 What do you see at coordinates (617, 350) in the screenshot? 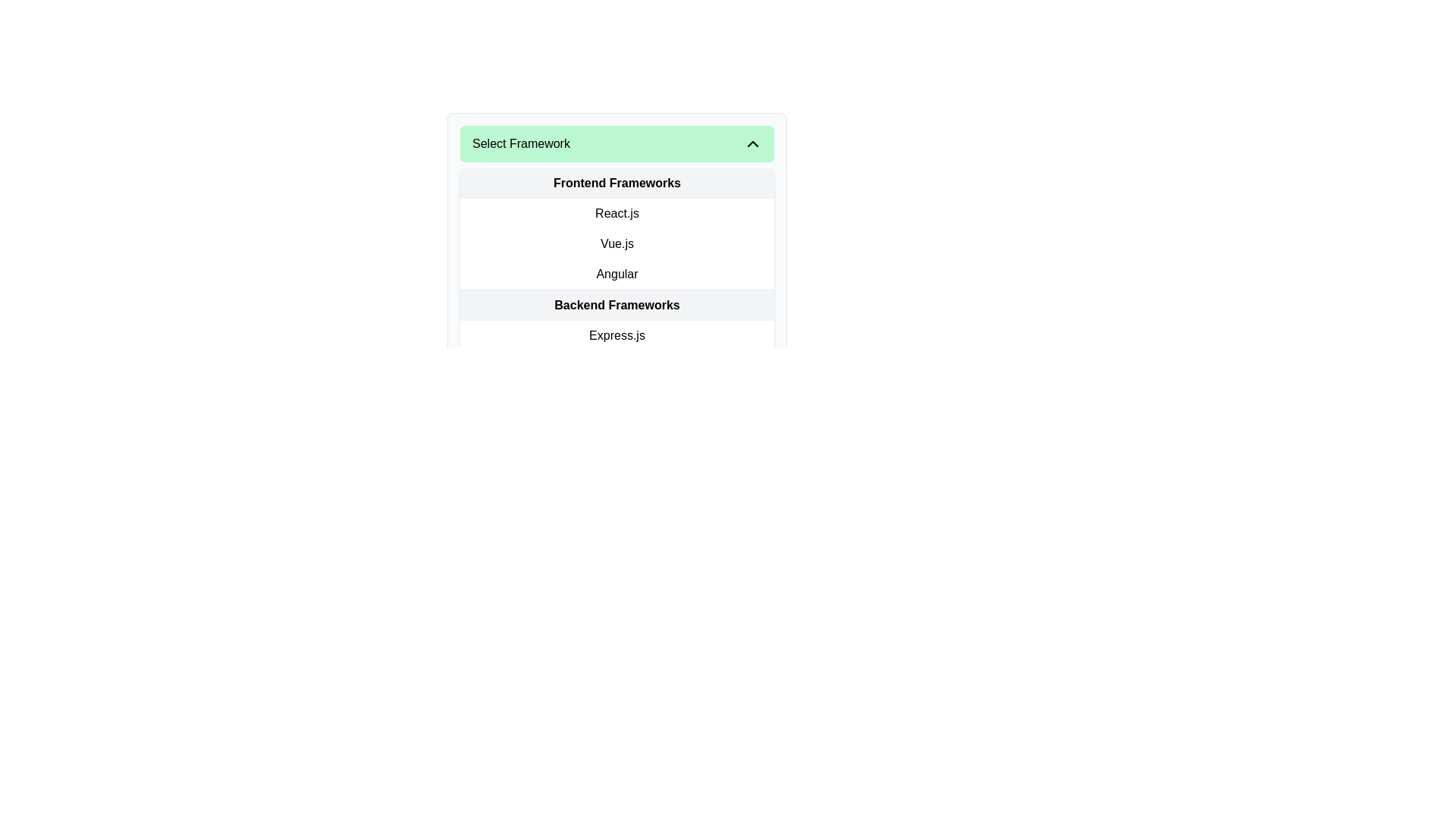
I see `the 'Backend Frameworks' dropdown entry located under the 'Frontend Frameworks' section` at bounding box center [617, 350].